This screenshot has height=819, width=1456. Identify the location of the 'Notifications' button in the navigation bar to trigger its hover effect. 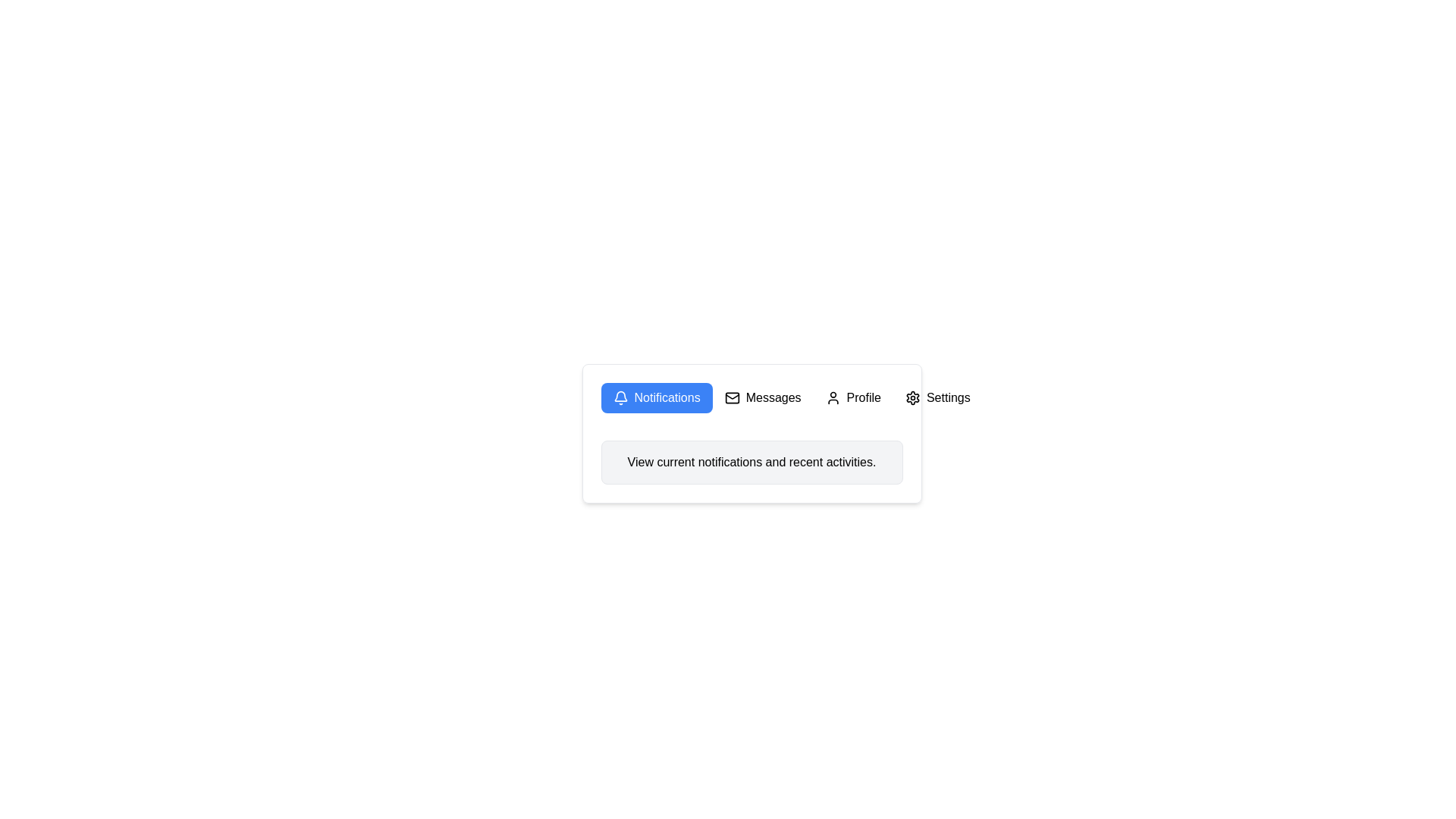
(752, 397).